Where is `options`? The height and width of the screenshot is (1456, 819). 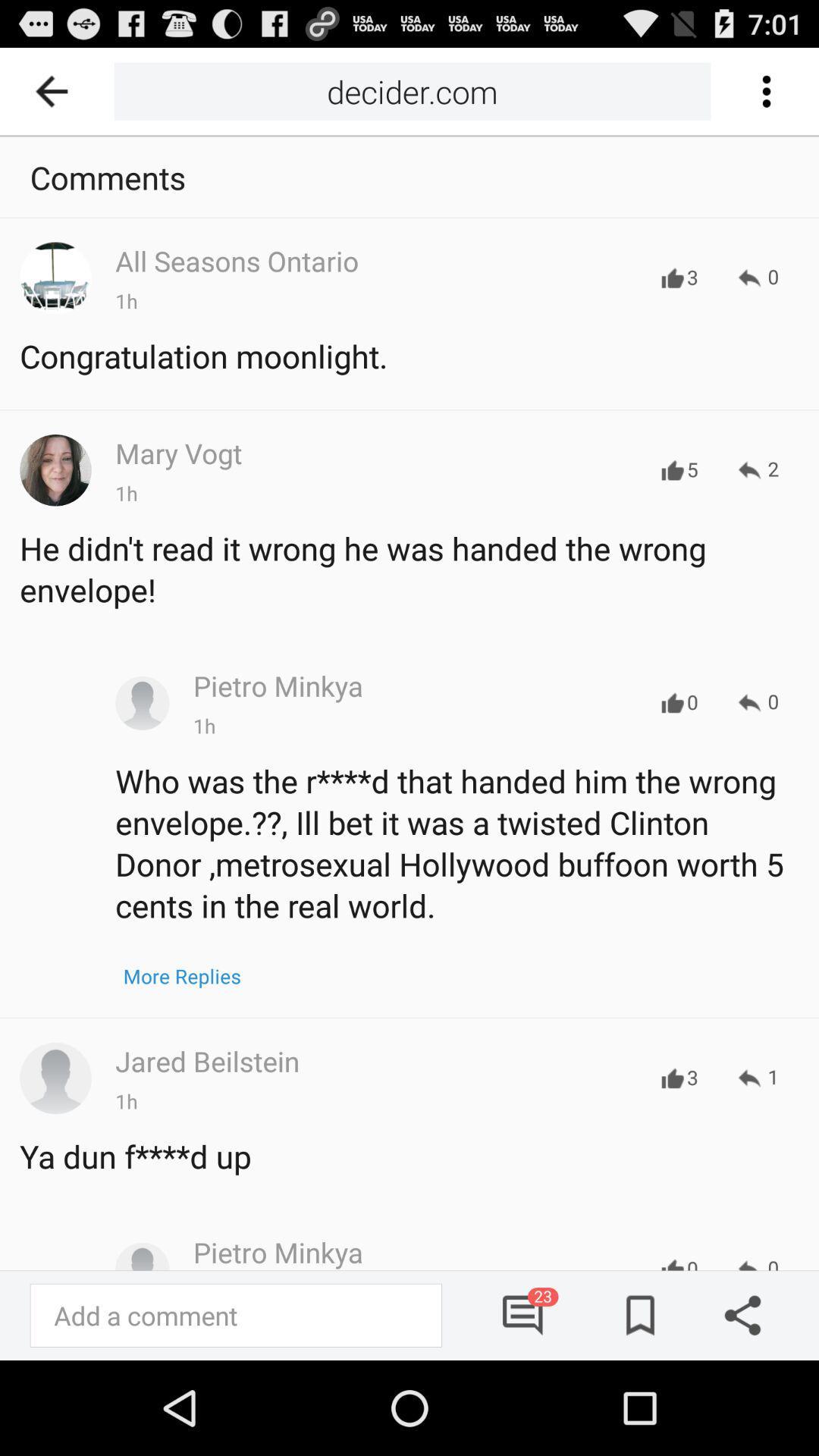 options is located at coordinates (765, 90).